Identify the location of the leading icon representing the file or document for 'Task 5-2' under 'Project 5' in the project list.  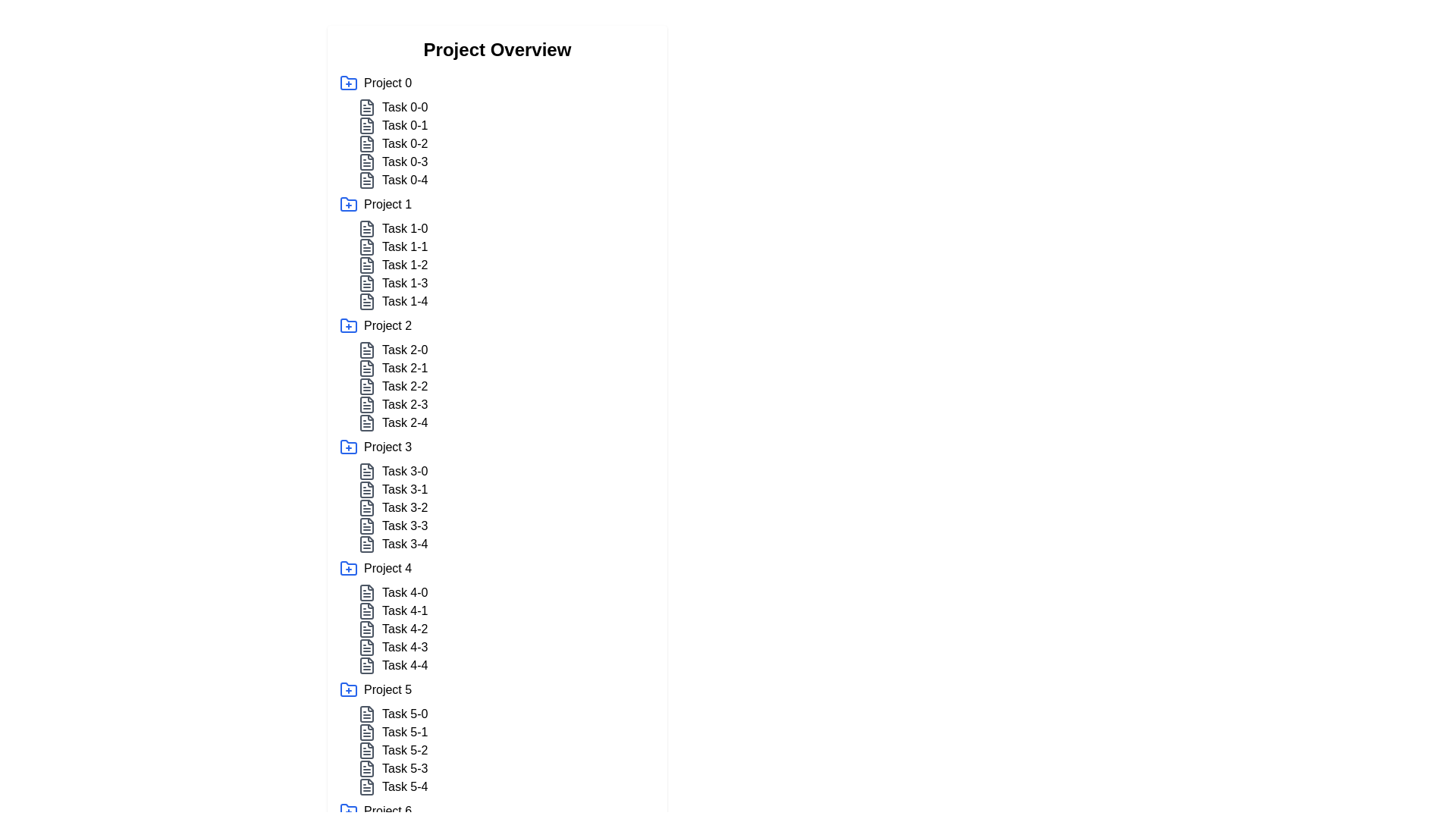
(367, 751).